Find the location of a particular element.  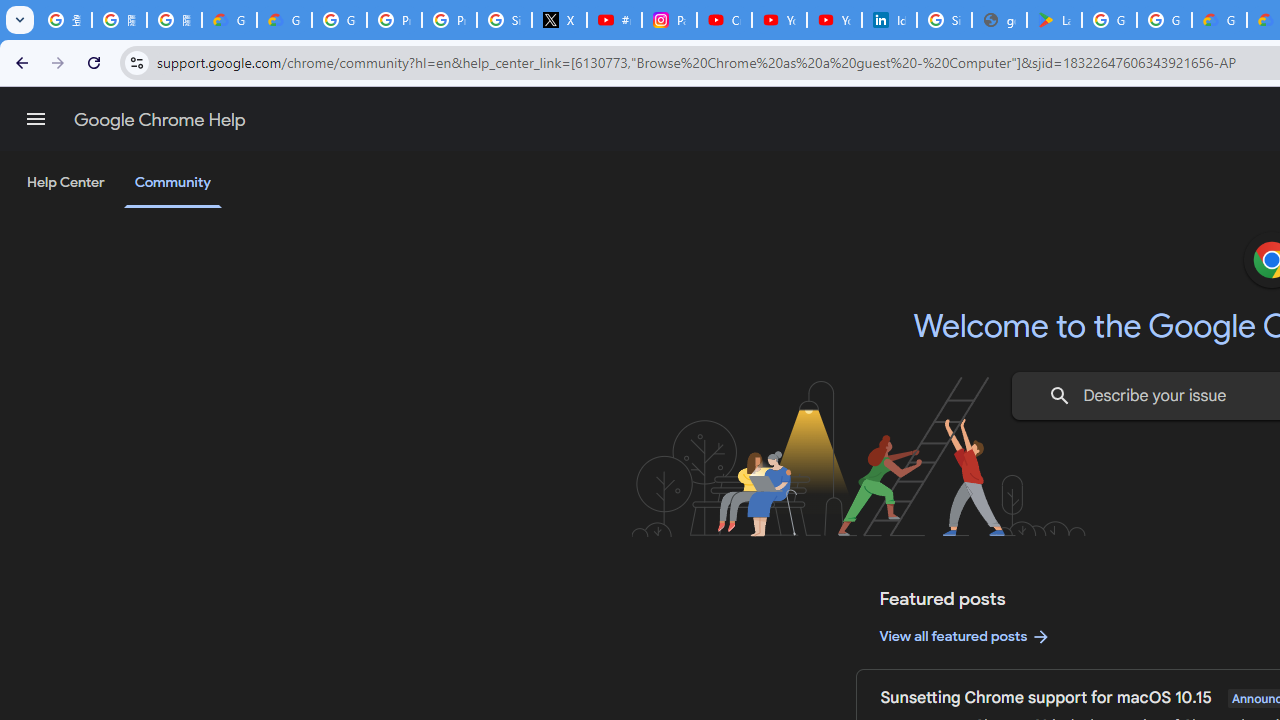

'Main menu' is located at coordinates (35, 119).